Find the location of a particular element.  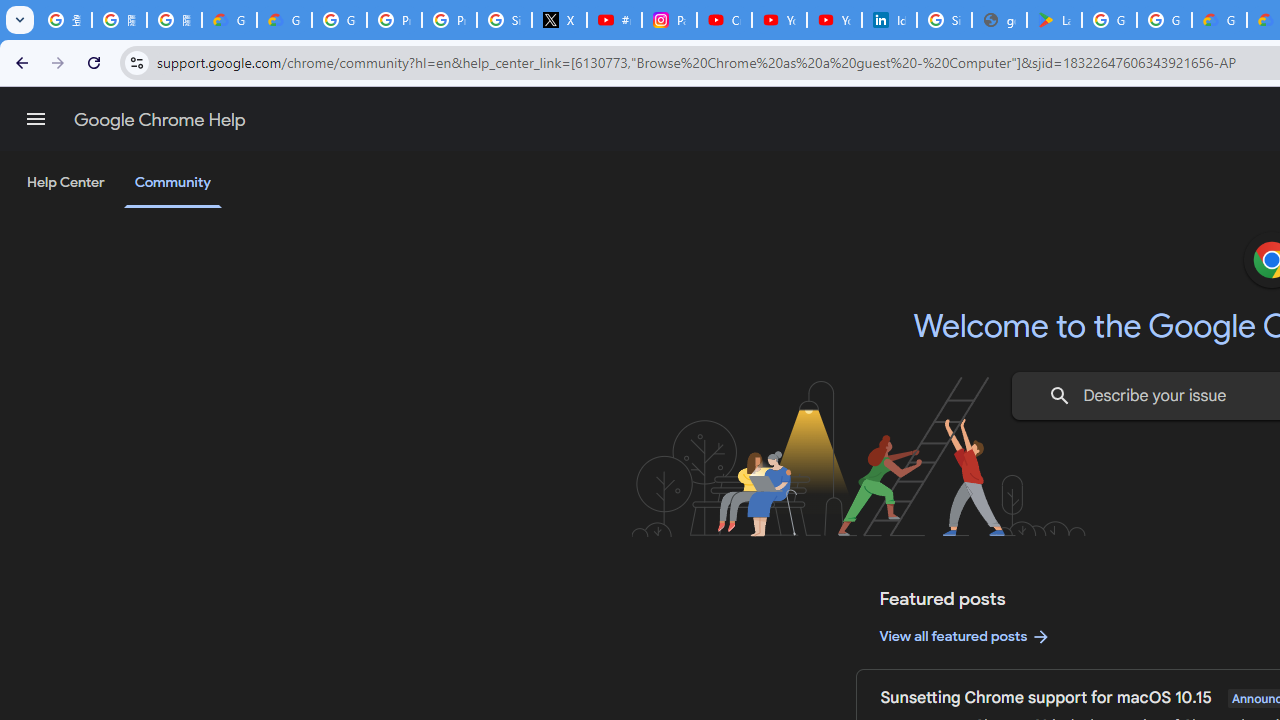

'Main menu' is located at coordinates (35, 119).